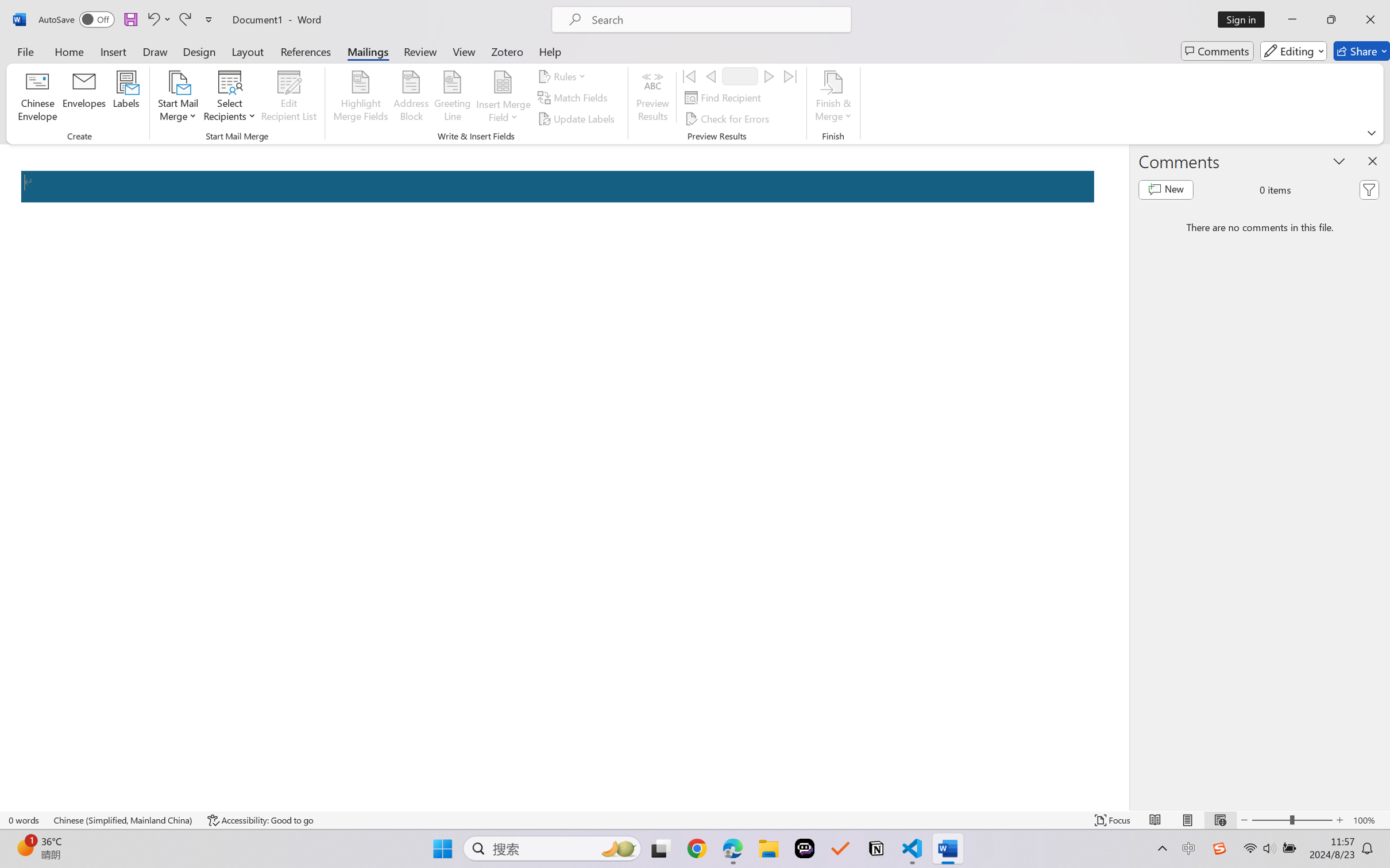 Image resolution: width=1390 pixels, height=868 pixels. I want to click on 'Language Chinese (Simplified, Mainland China)', so click(123, 820).